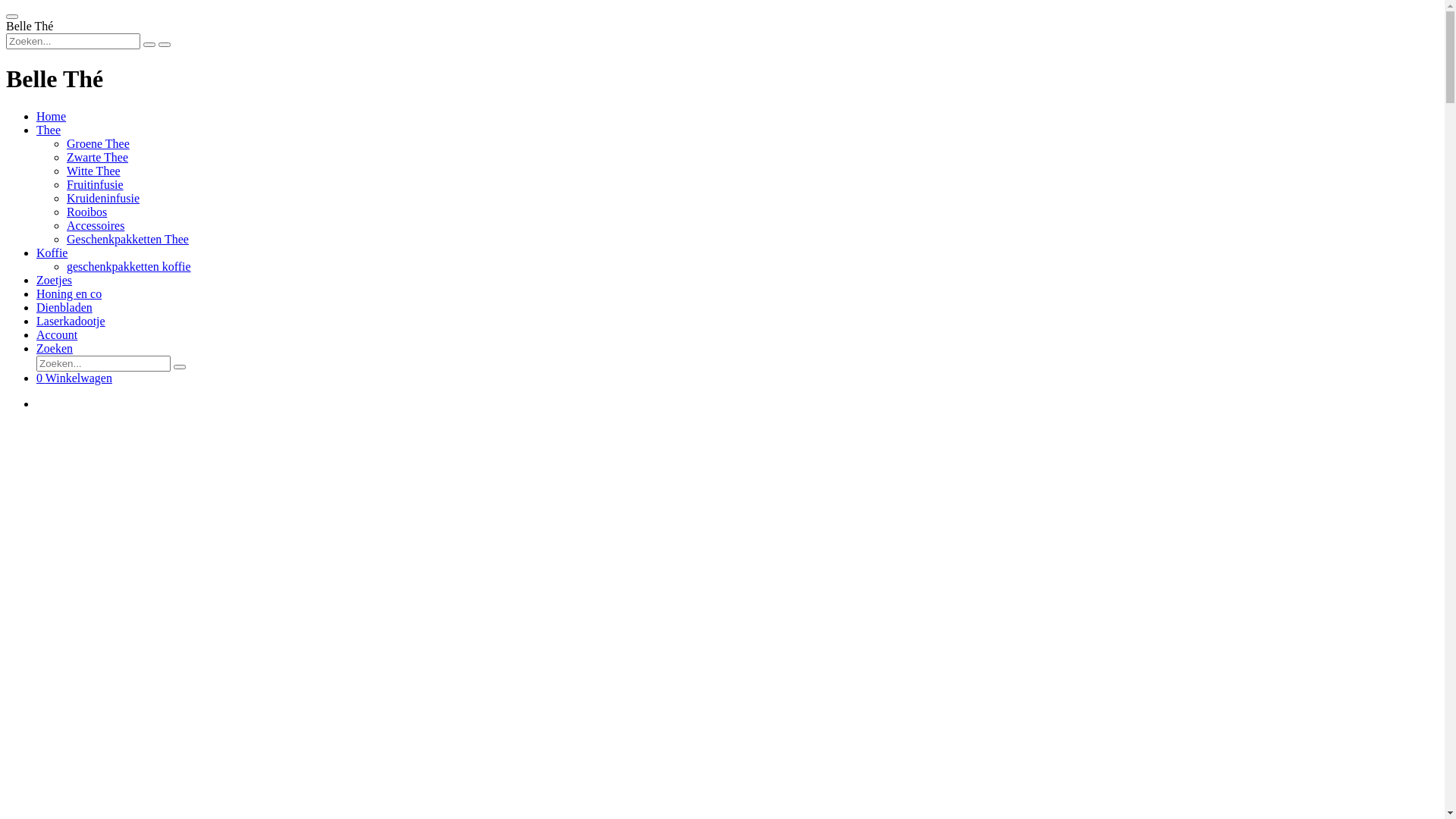 This screenshot has width=1456, height=819. I want to click on 'Fruitinfusie', so click(94, 184).